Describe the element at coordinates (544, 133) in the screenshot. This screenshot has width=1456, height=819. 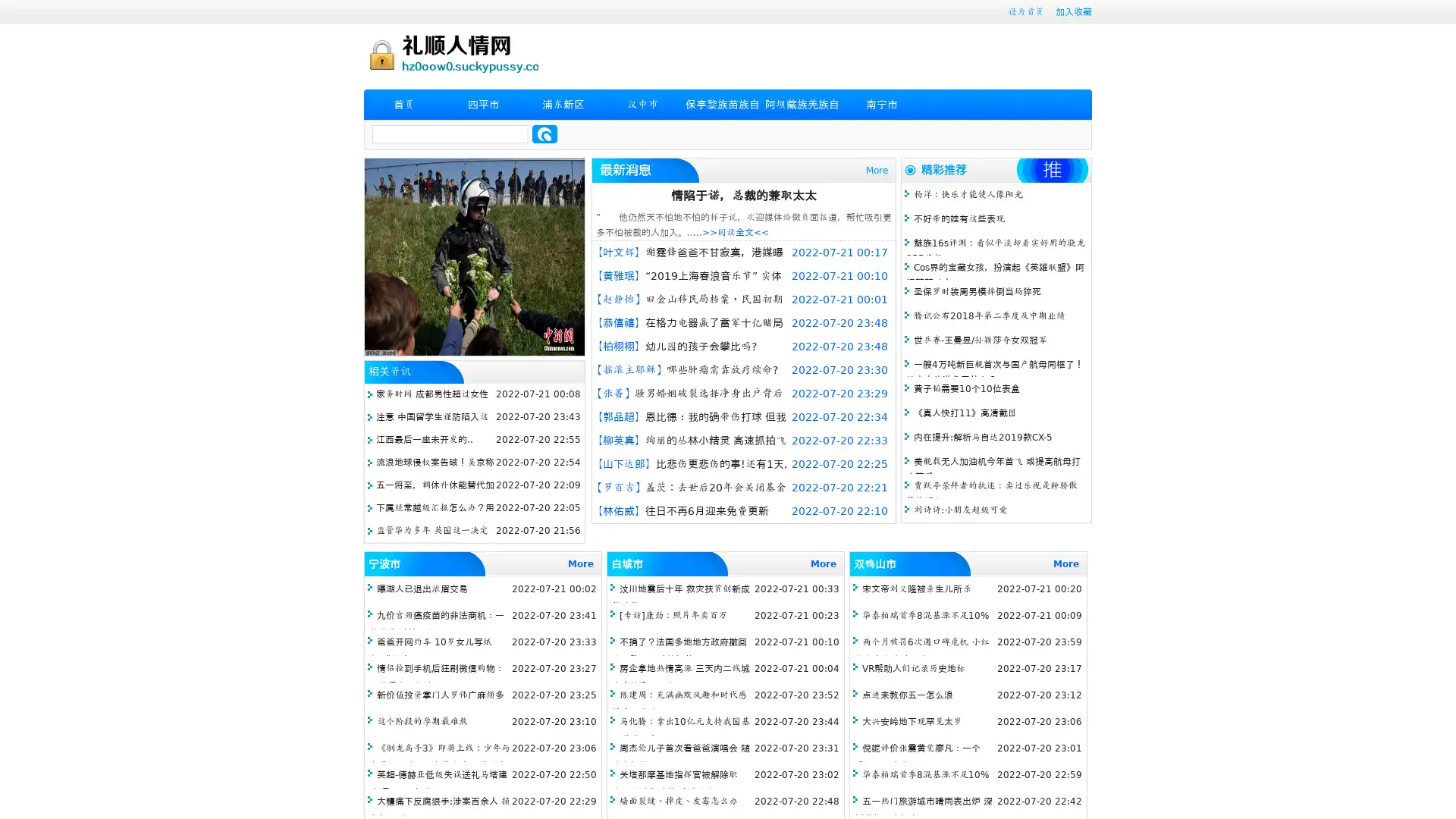
I see `Search` at that location.